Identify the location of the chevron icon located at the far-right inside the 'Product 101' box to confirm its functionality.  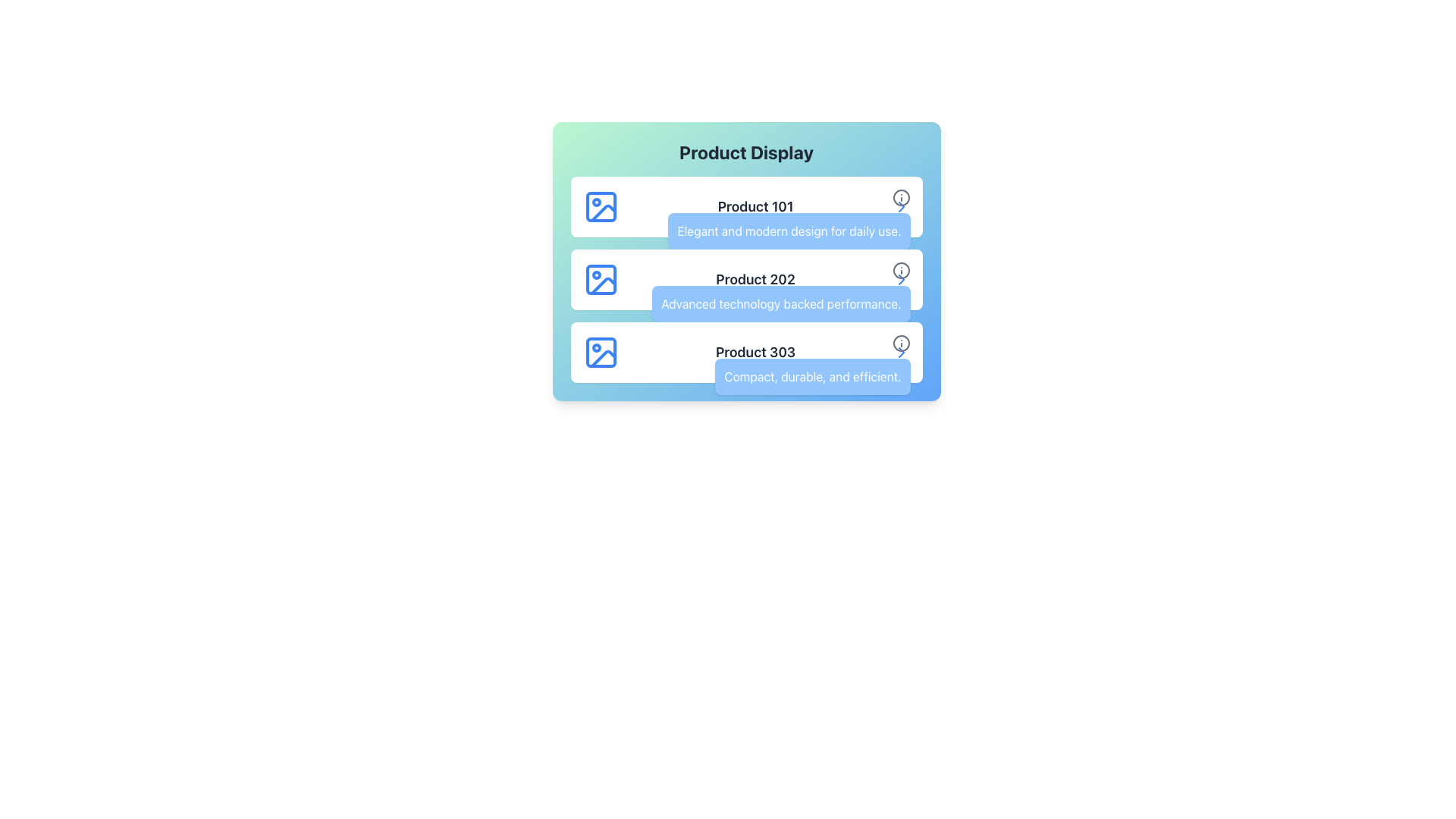
(901, 207).